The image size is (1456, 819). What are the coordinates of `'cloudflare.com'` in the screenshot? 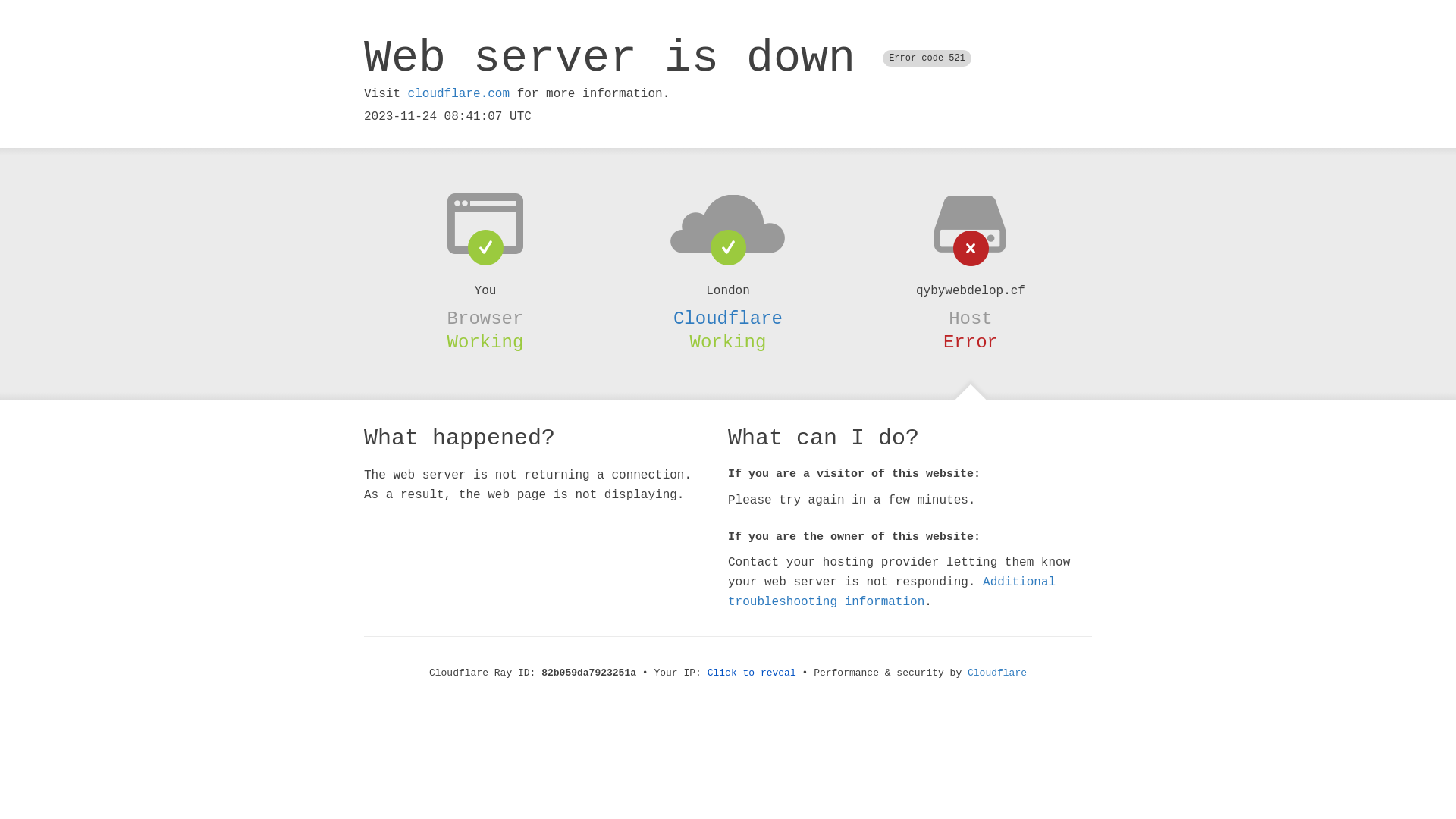 It's located at (457, 93).